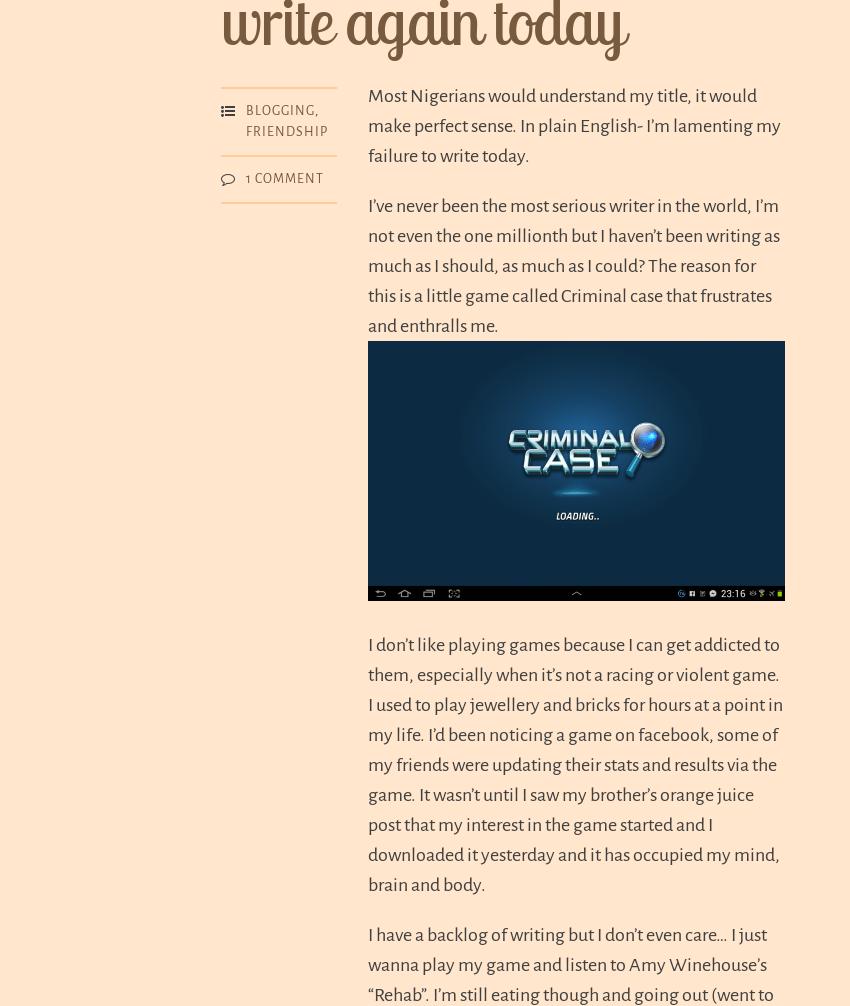 Image resolution: width=850 pixels, height=1006 pixels. What do you see at coordinates (574, 125) in the screenshot?
I see `'Most Nigerians would understand my title, it would make perfect sense. In plain English- I’m lamenting my failure to write today.'` at bounding box center [574, 125].